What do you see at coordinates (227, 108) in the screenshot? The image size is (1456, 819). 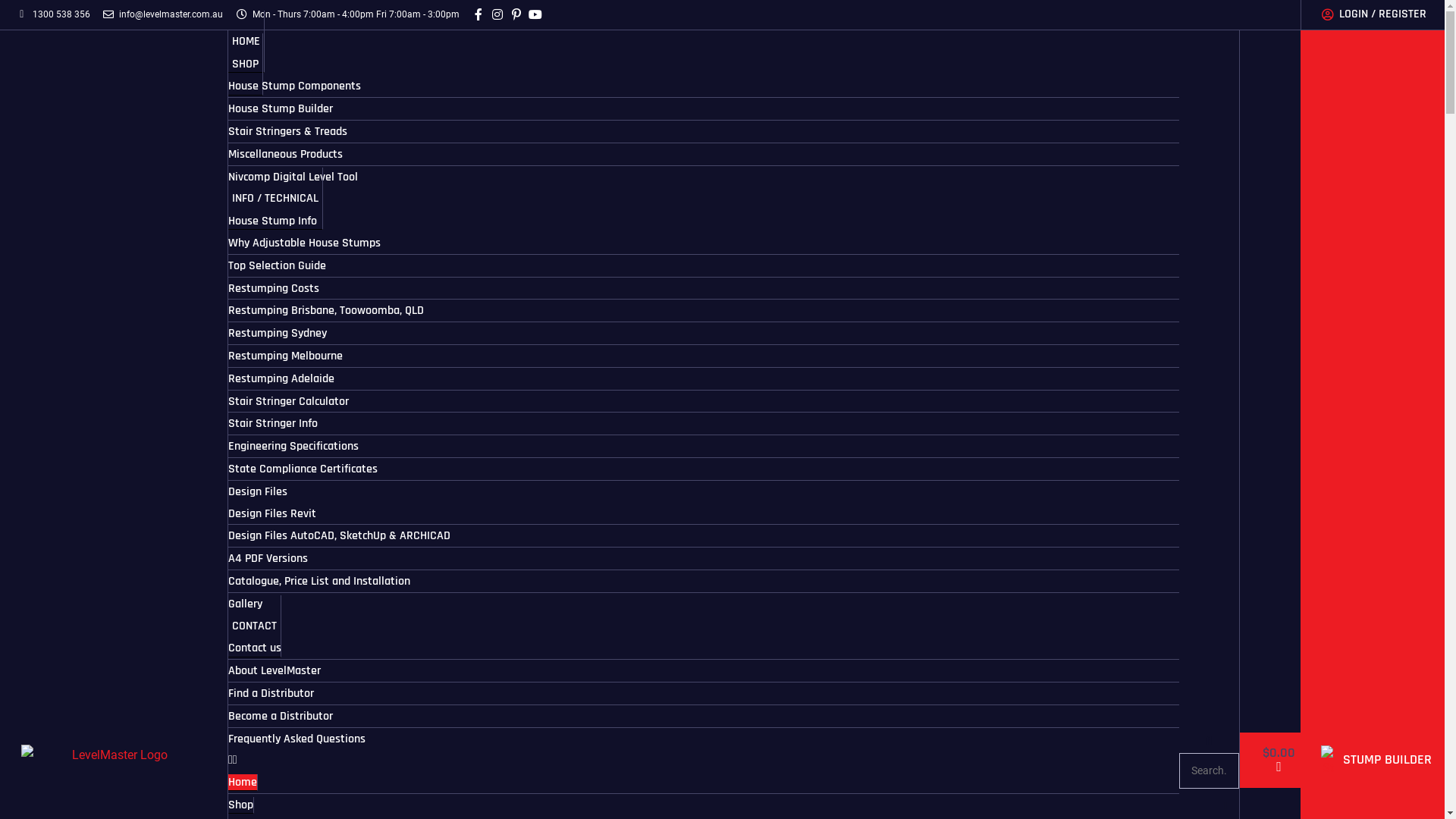 I see `'House Stump Builder'` at bounding box center [227, 108].